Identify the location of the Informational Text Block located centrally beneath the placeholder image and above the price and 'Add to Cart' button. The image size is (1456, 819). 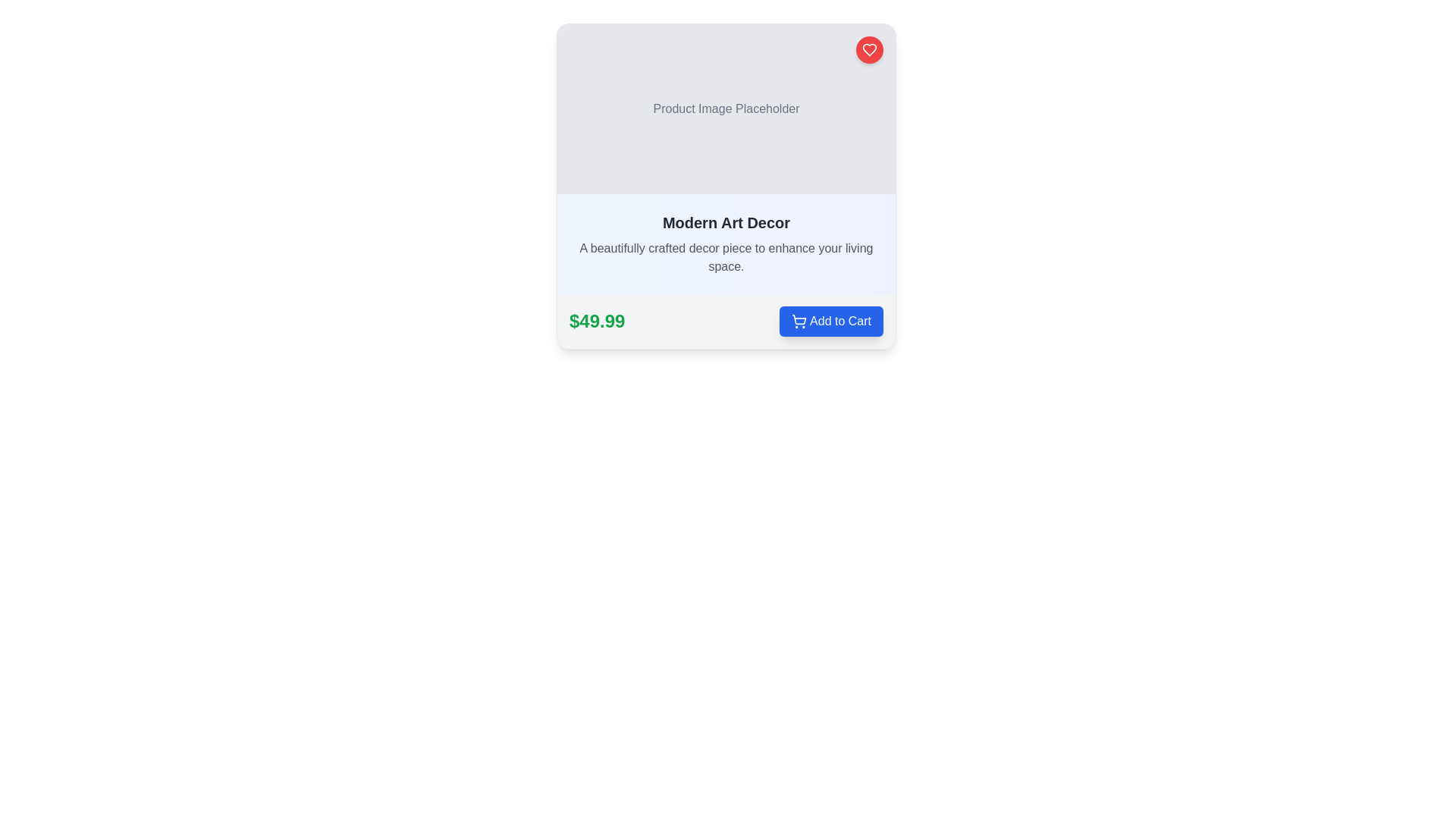
(726, 243).